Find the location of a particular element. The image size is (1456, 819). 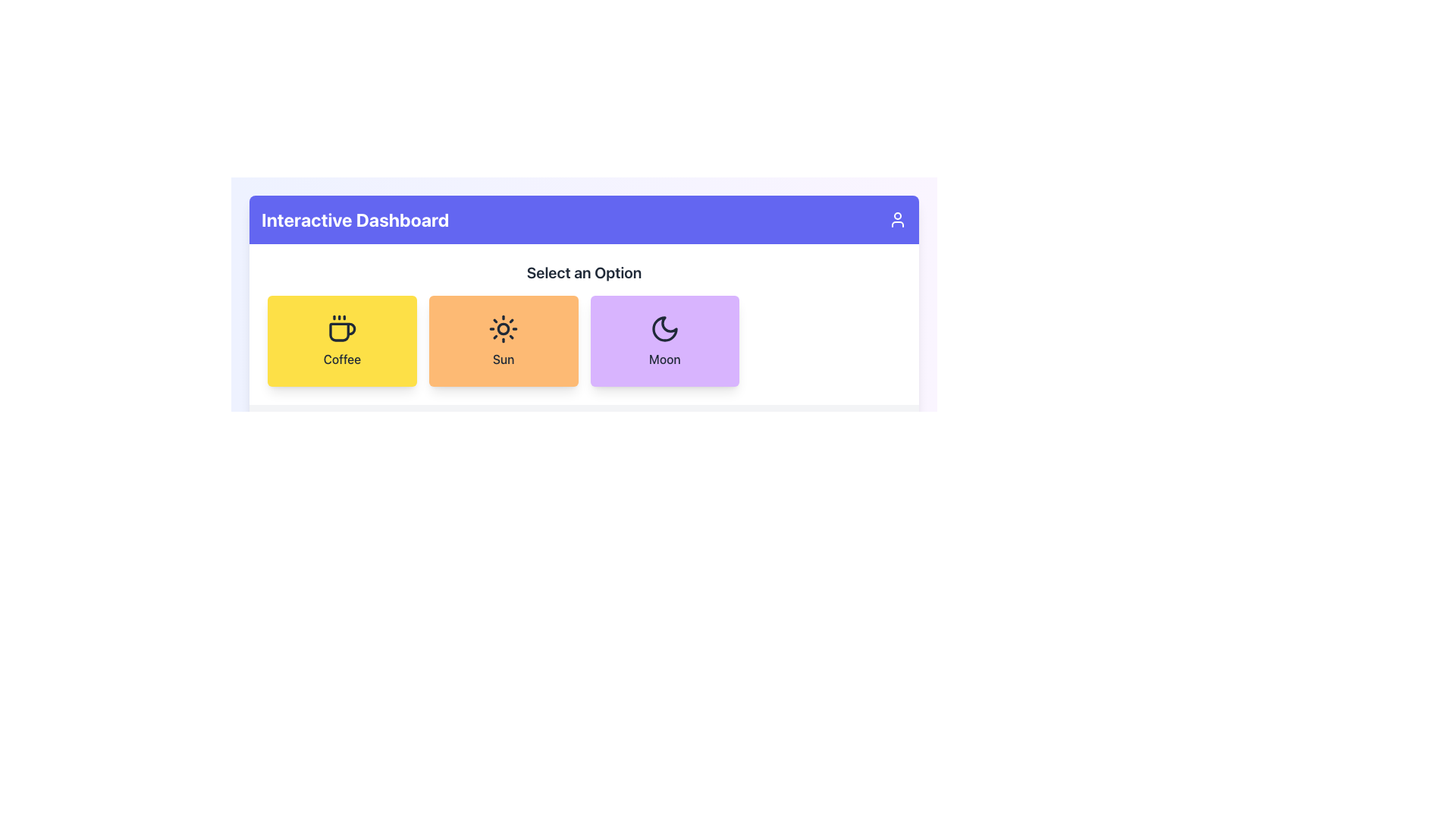

text content of the label that identifies the option as 'Coffee', located beneath the coffee cup icon in the leftmost yellow box is located at coordinates (341, 359).